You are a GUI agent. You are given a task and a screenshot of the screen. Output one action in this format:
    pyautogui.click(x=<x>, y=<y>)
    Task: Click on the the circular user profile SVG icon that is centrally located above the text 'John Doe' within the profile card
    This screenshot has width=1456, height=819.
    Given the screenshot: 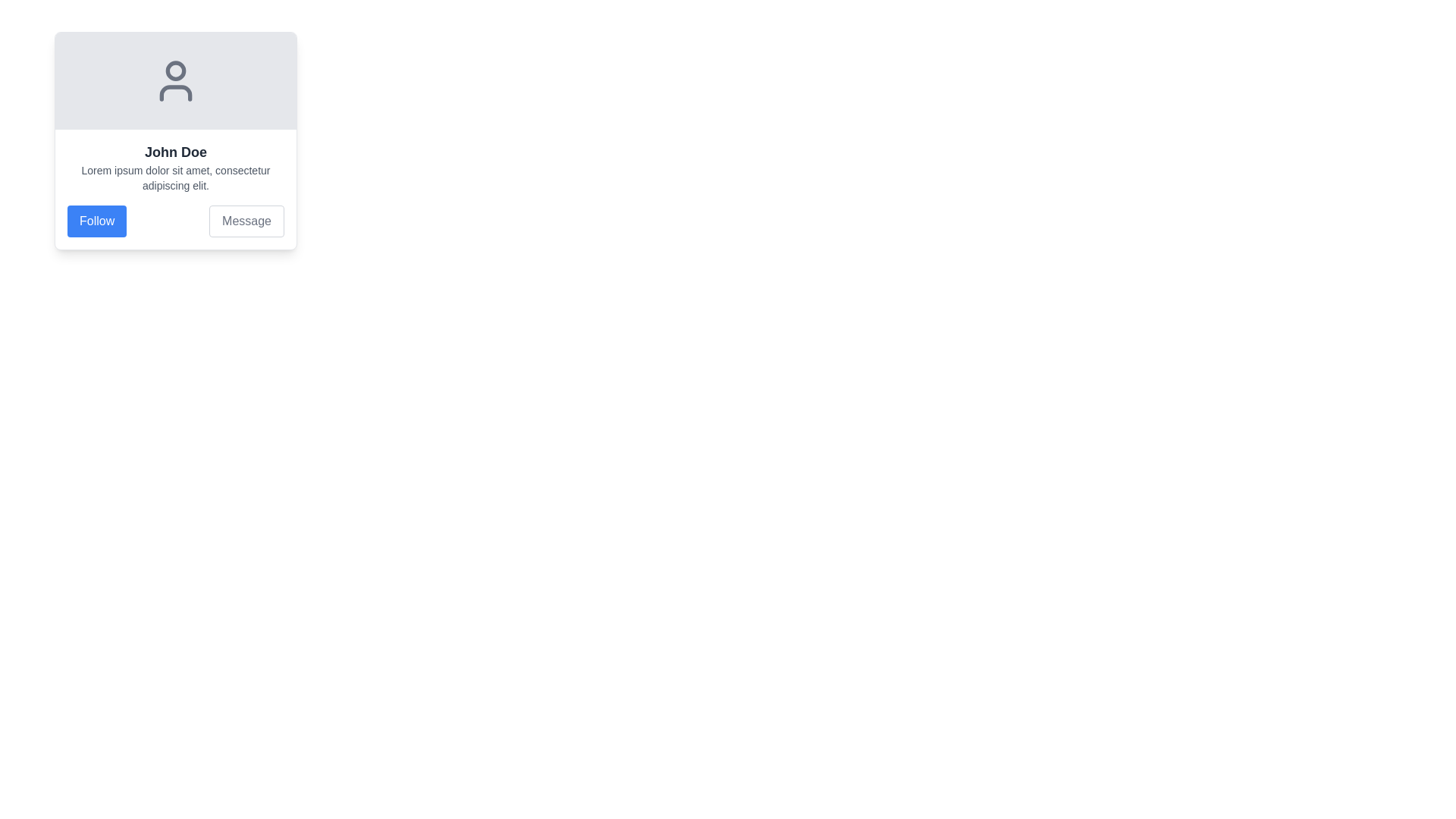 What is the action you would take?
    pyautogui.click(x=175, y=81)
    